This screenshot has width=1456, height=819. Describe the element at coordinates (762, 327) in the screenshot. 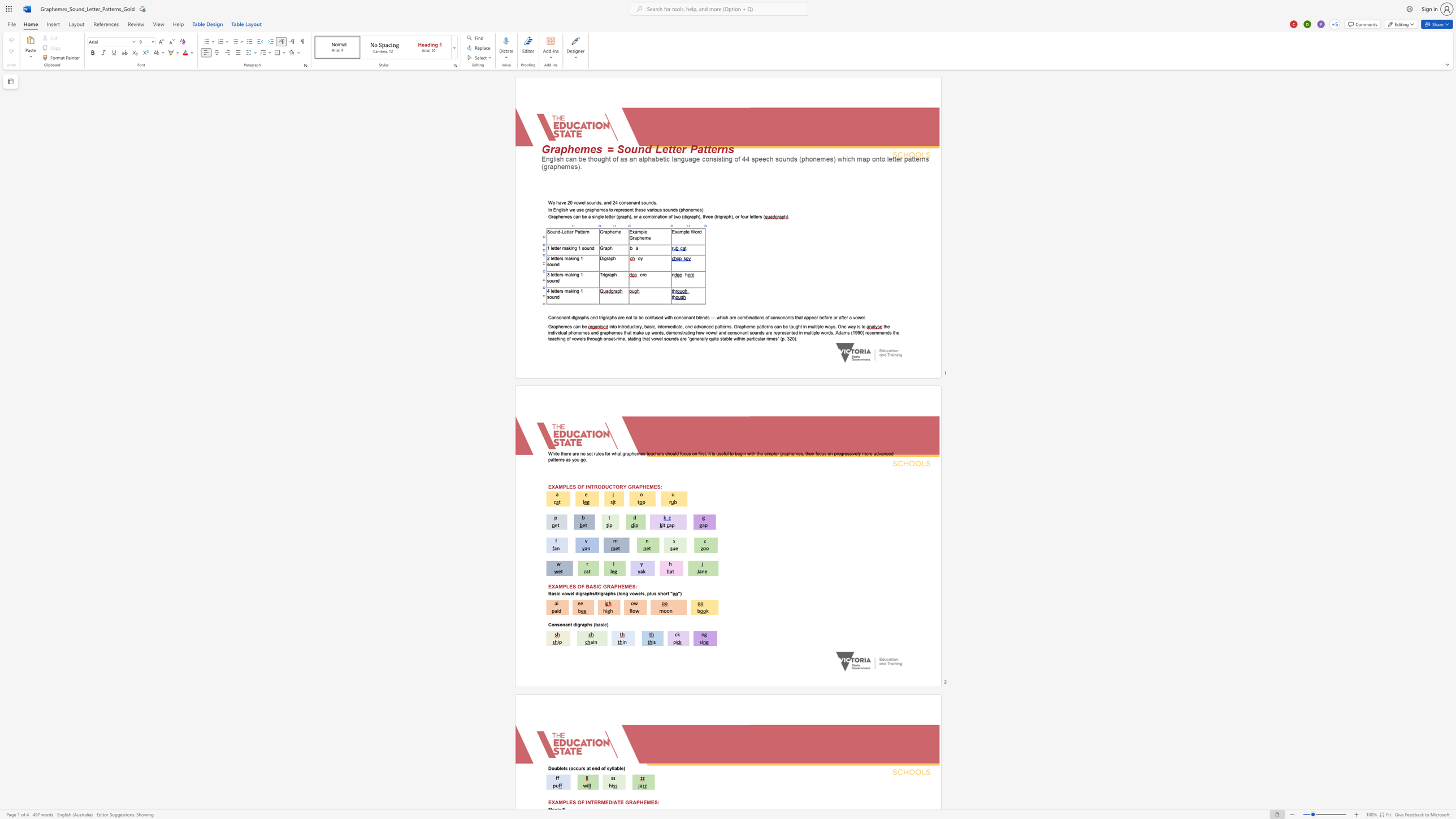

I see `the 8th character "t" in the text` at that location.